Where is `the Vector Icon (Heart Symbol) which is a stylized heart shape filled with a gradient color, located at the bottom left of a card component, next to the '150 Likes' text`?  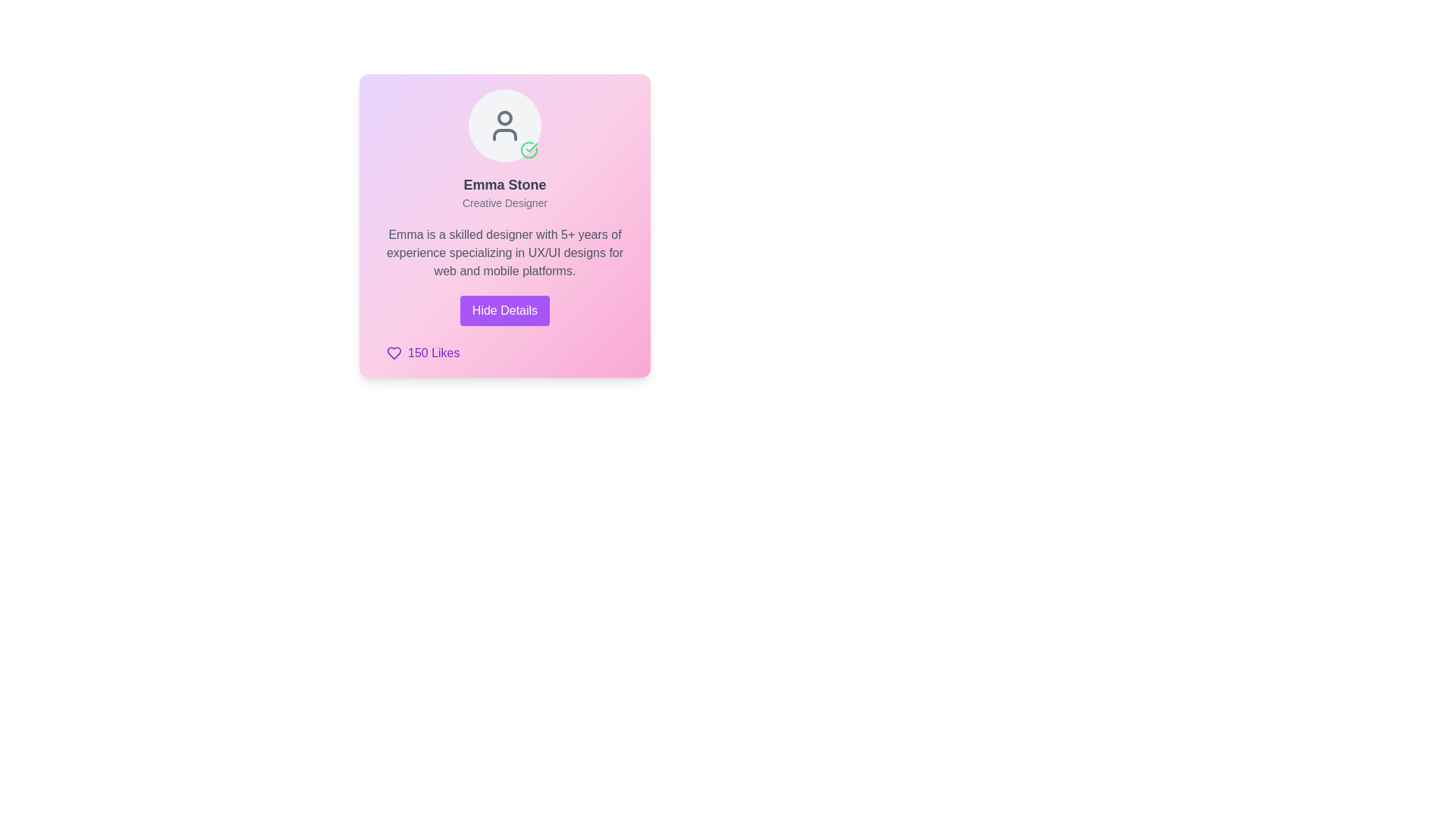 the Vector Icon (Heart Symbol) which is a stylized heart shape filled with a gradient color, located at the bottom left of a card component, next to the '150 Likes' text is located at coordinates (394, 353).